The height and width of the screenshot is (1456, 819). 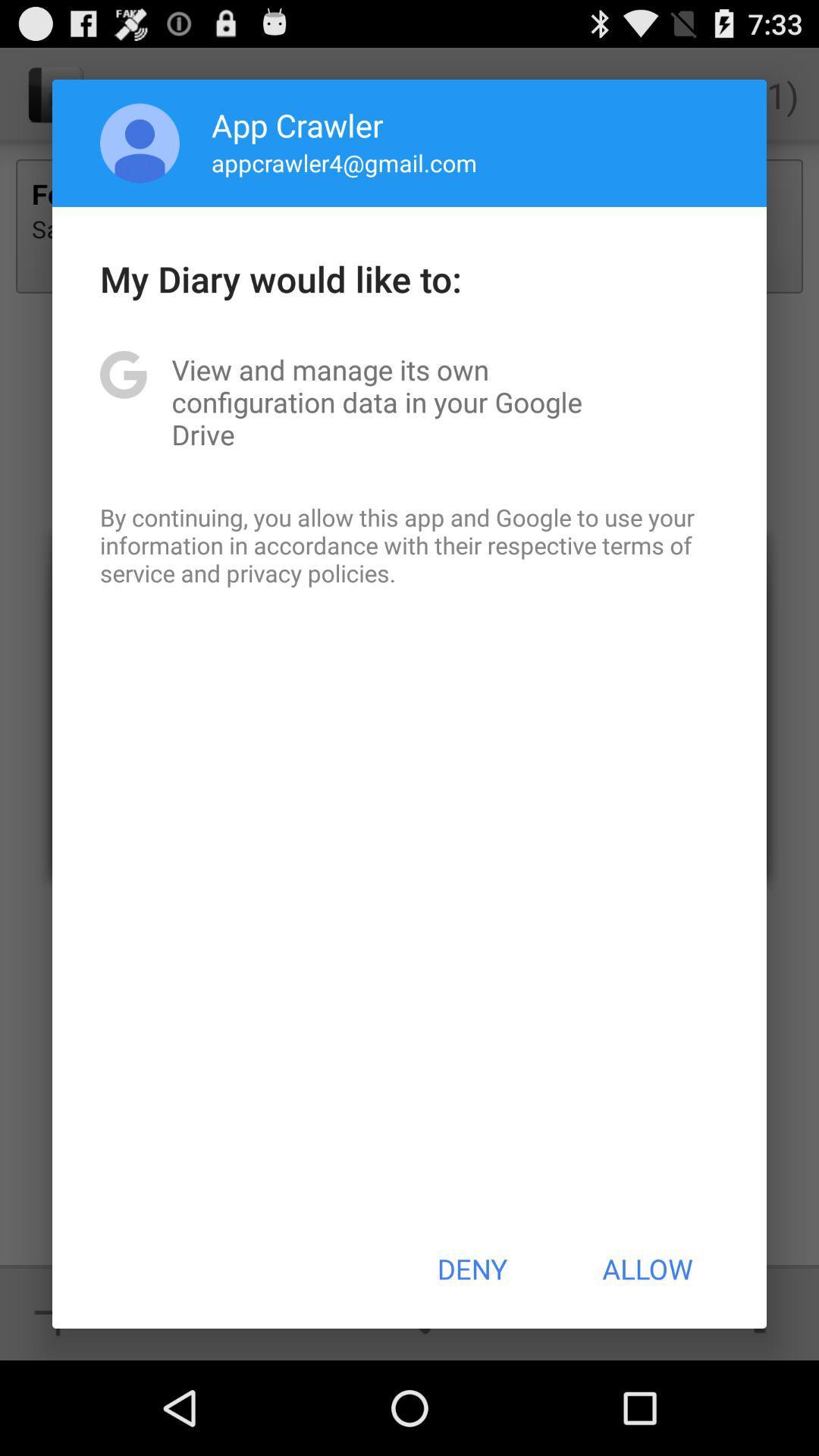 I want to click on the app above the by continuing you app, so click(x=409, y=402).